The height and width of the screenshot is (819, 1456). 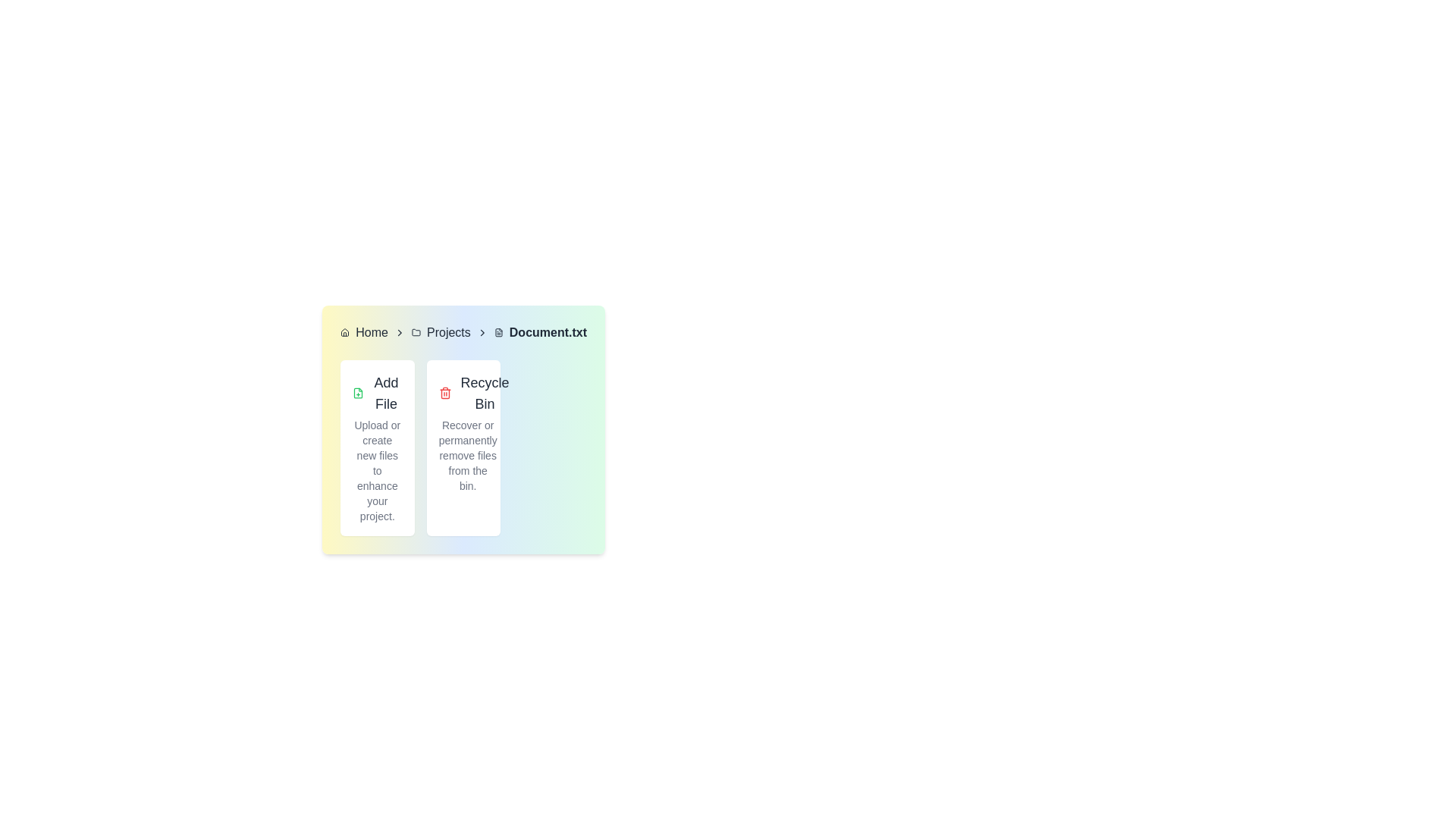 I want to click on the 'Home' link in the breadcrumb navigation, so click(x=372, y=332).